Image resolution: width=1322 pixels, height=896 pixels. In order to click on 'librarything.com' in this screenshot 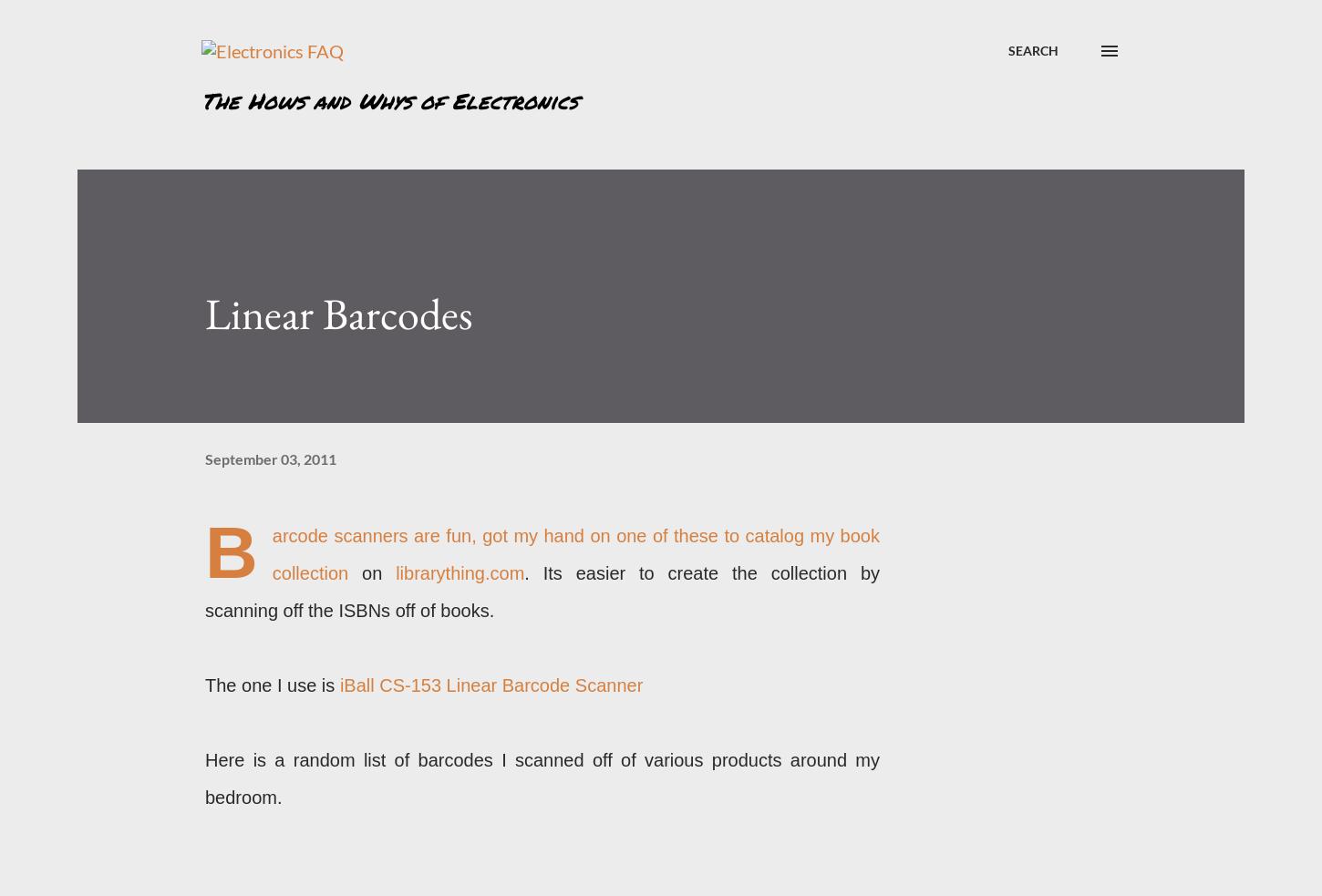, I will do `click(460, 573)`.